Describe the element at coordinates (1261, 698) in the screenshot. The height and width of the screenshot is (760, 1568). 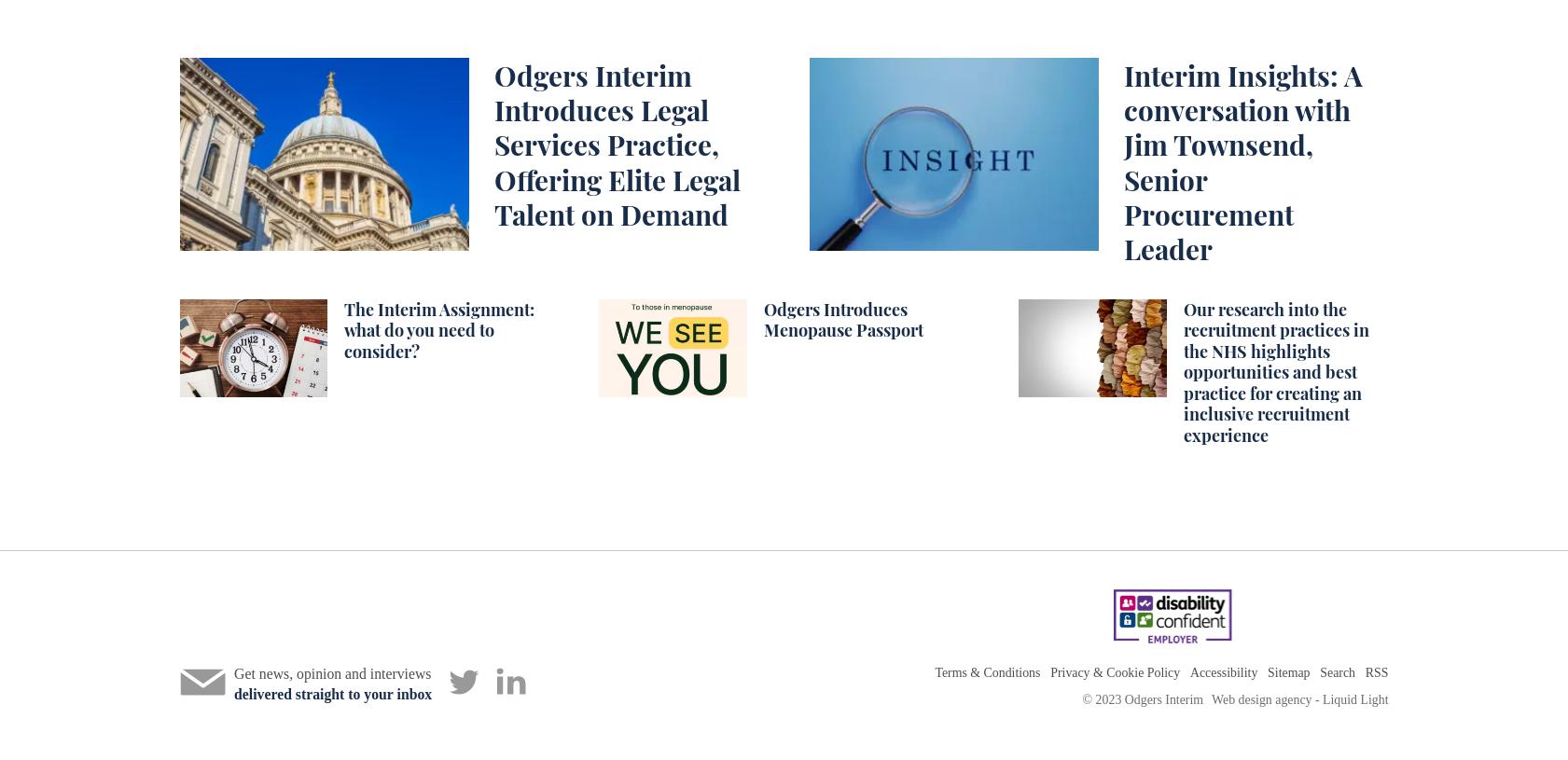
I see `'Web design agency'` at that location.